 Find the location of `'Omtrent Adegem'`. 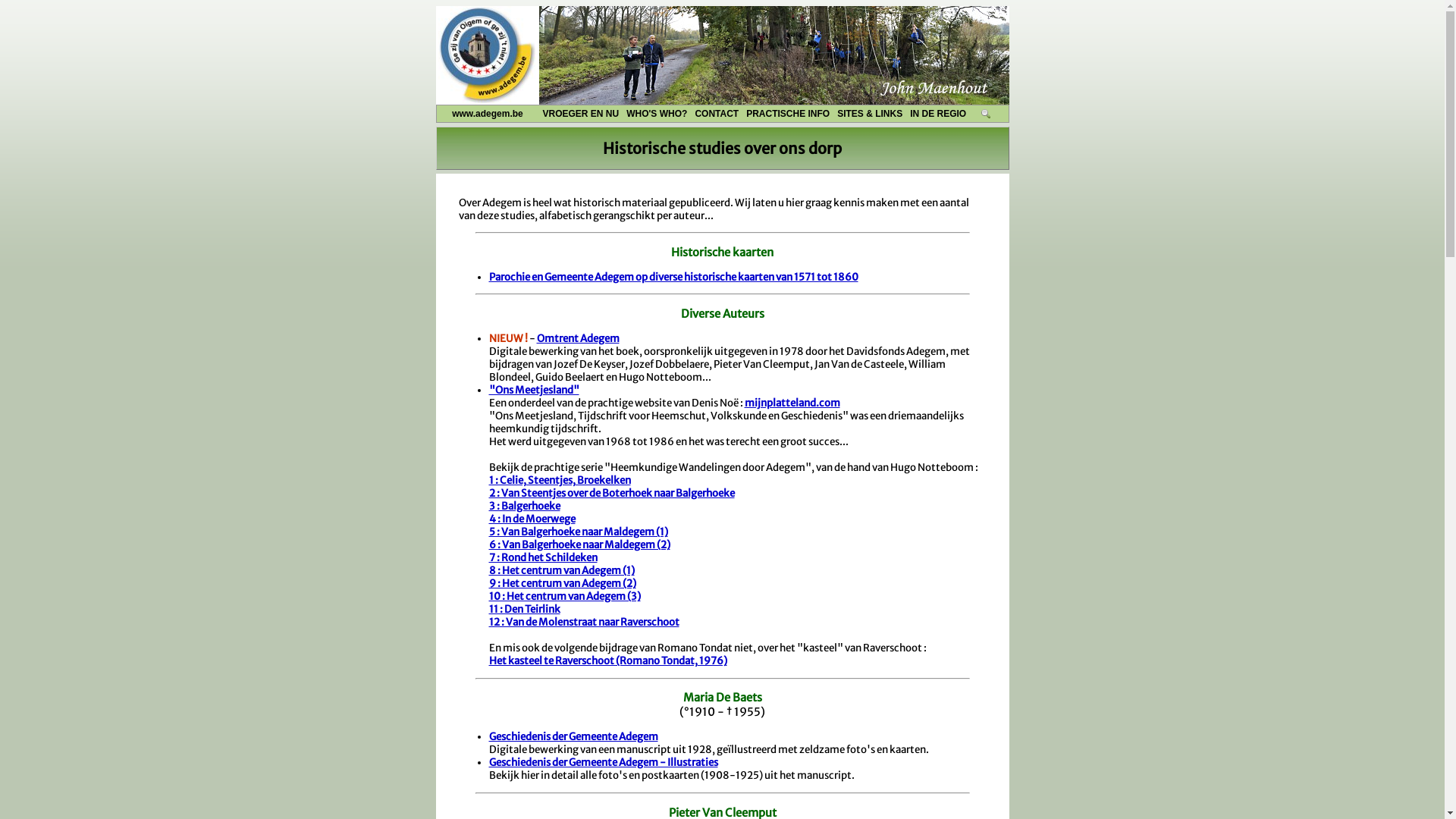

'Omtrent Adegem' is located at coordinates (577, 337).